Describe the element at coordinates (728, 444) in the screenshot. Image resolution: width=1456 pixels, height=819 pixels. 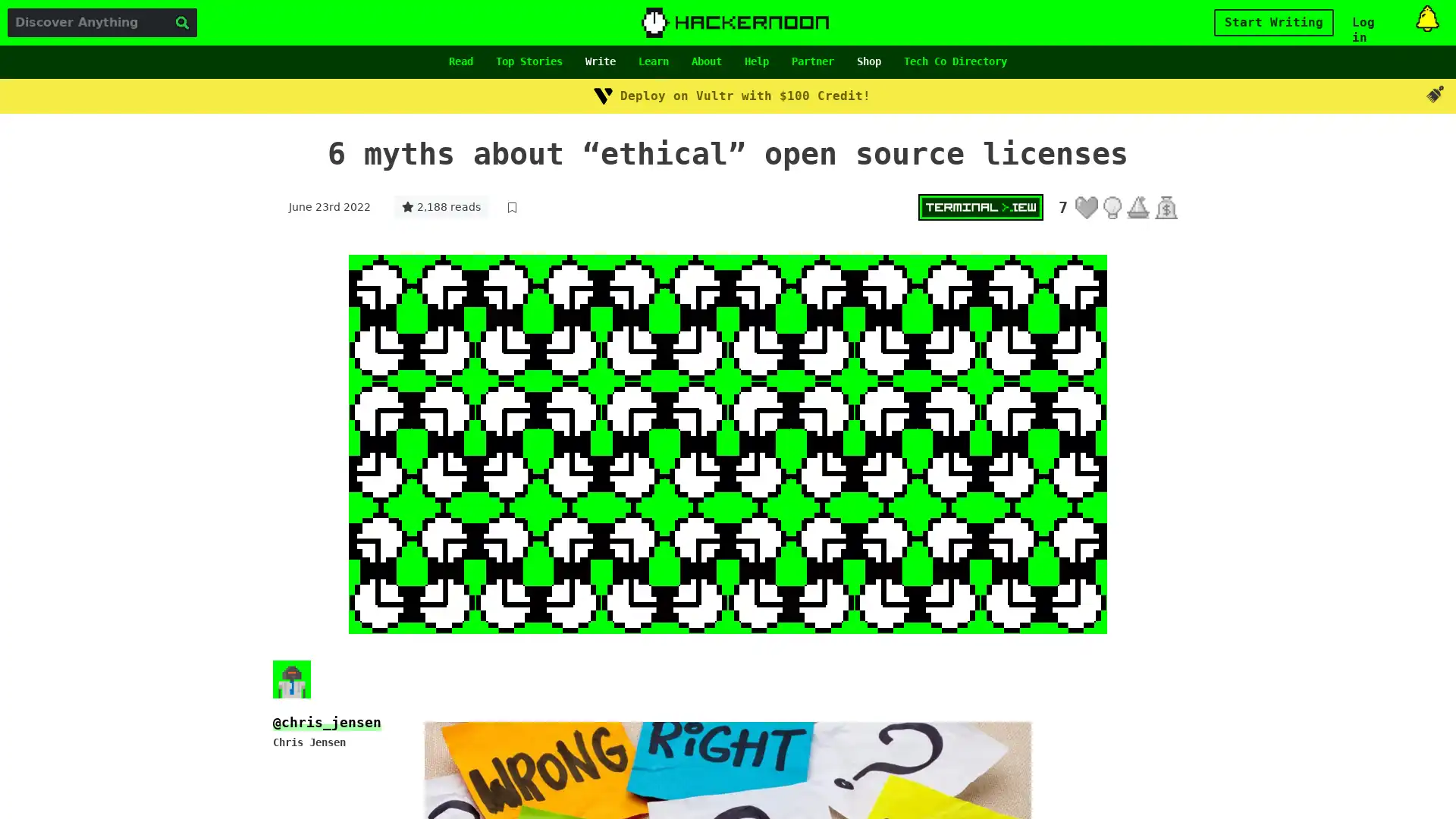
I see `Zoom image` at that location.